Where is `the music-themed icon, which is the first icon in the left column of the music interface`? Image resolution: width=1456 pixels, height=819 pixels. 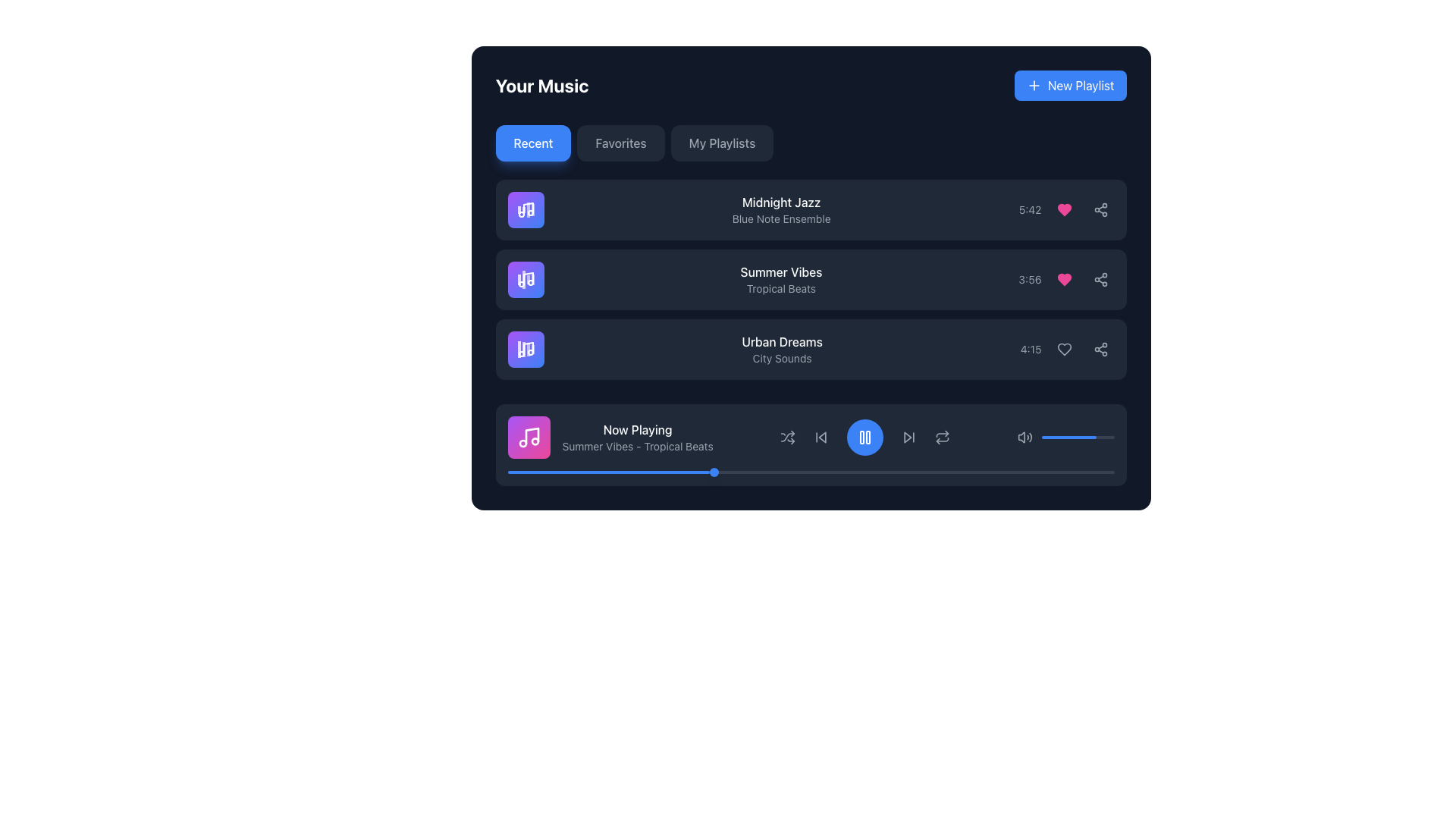
the music-themed icon, which is the first icon in the left column of the music interface is located at coordinates (526, 210).